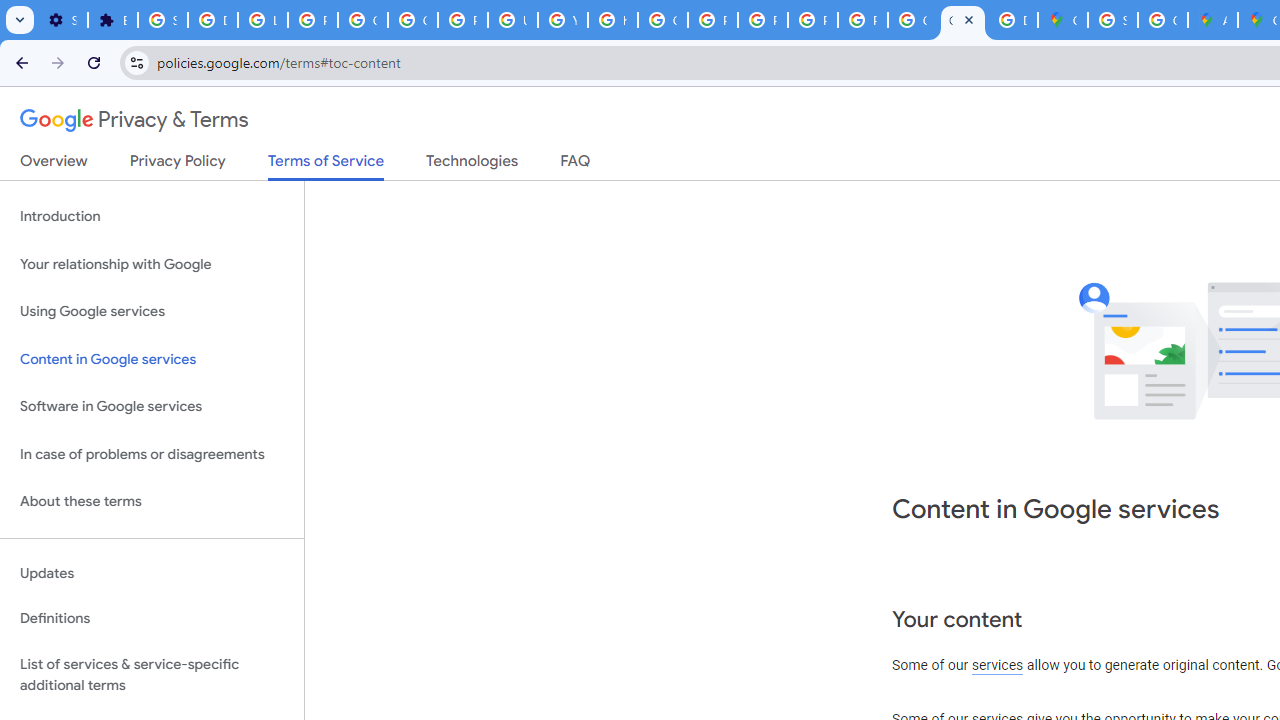 The height and width of the screenshot is (720, 1280). Describe the element at coordinates (151, 573) in the screenshot. I see `'Updates'` at that location.